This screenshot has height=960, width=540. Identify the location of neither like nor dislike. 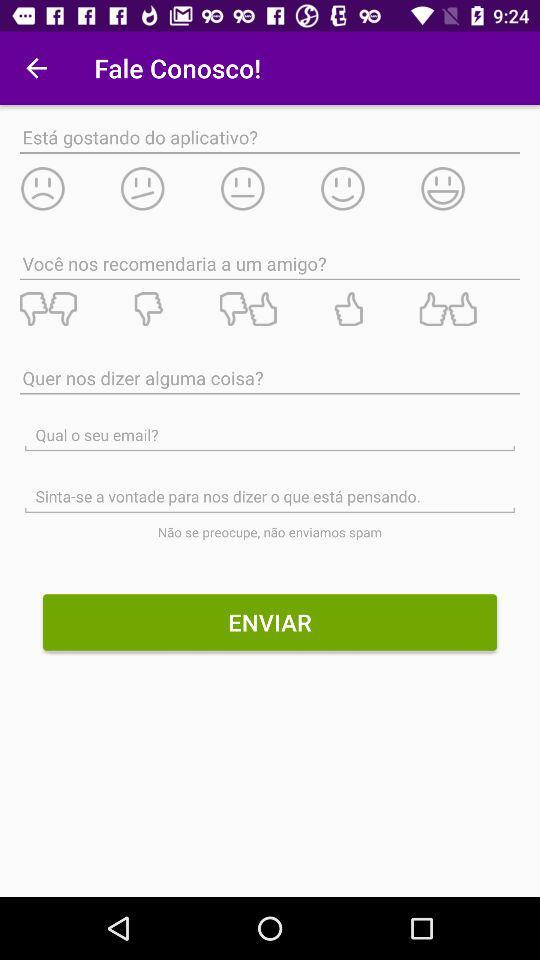
(269, 309).